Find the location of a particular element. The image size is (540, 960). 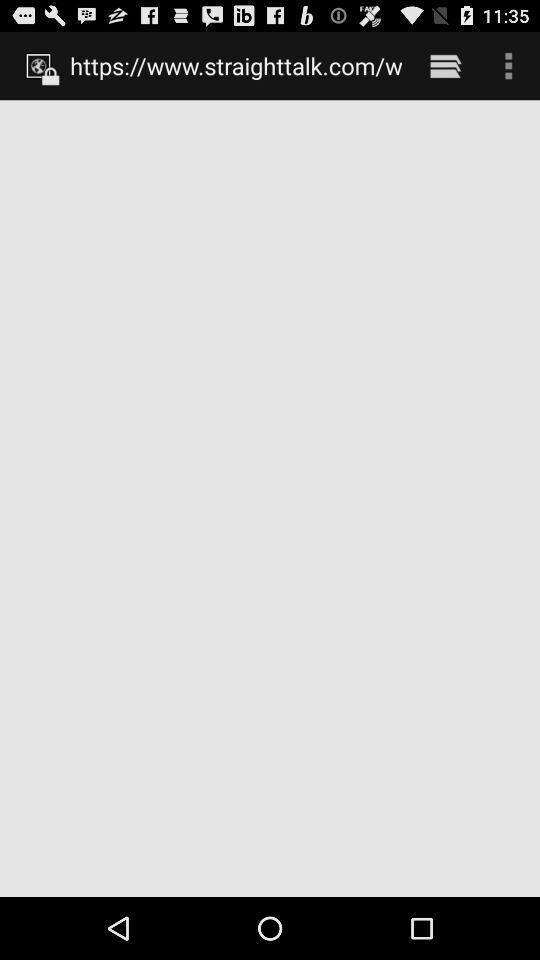

the https www straighttalk is located at coordinates (235, 65).